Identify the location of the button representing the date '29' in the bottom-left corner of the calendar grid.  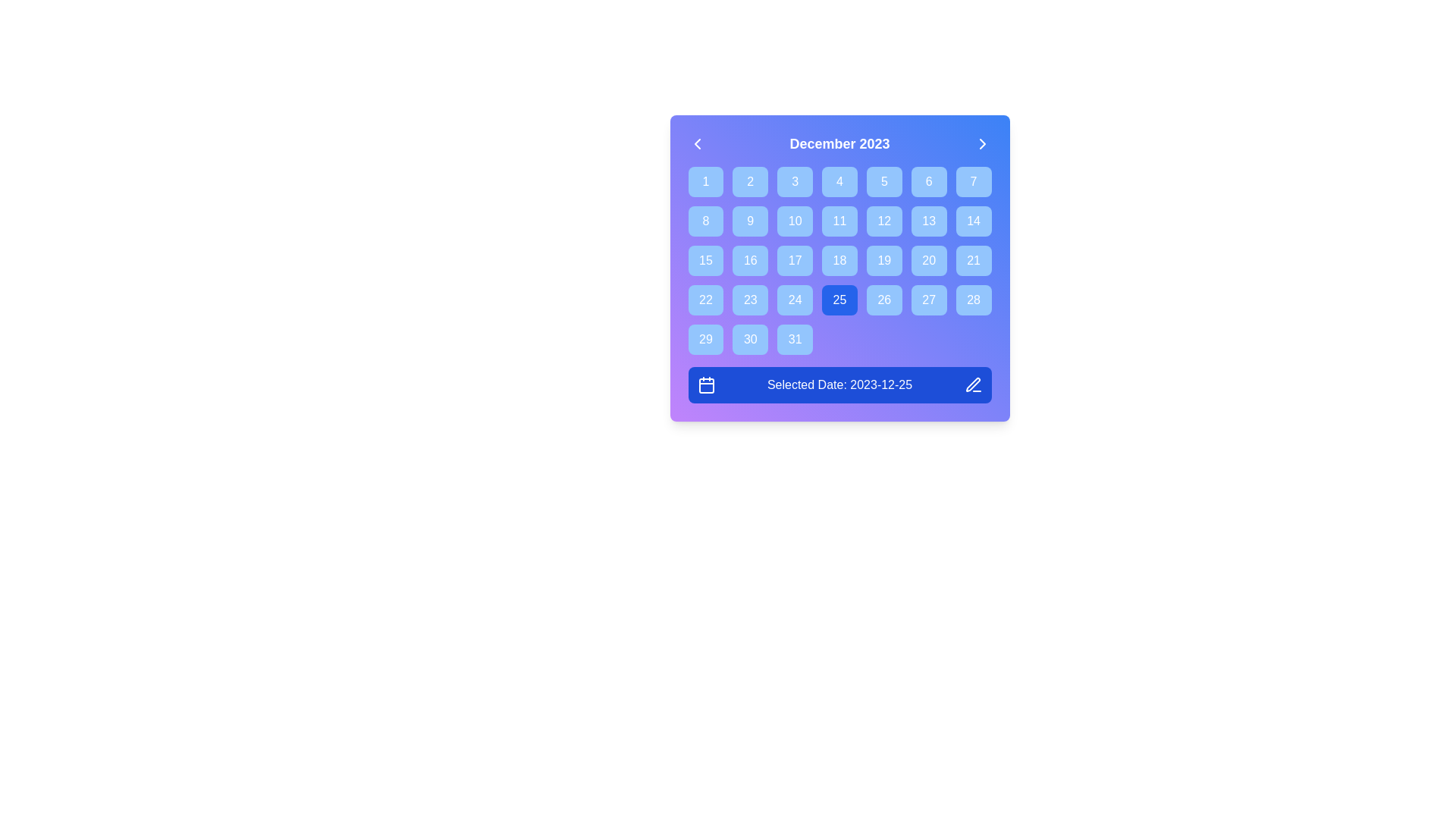
(705, 338).